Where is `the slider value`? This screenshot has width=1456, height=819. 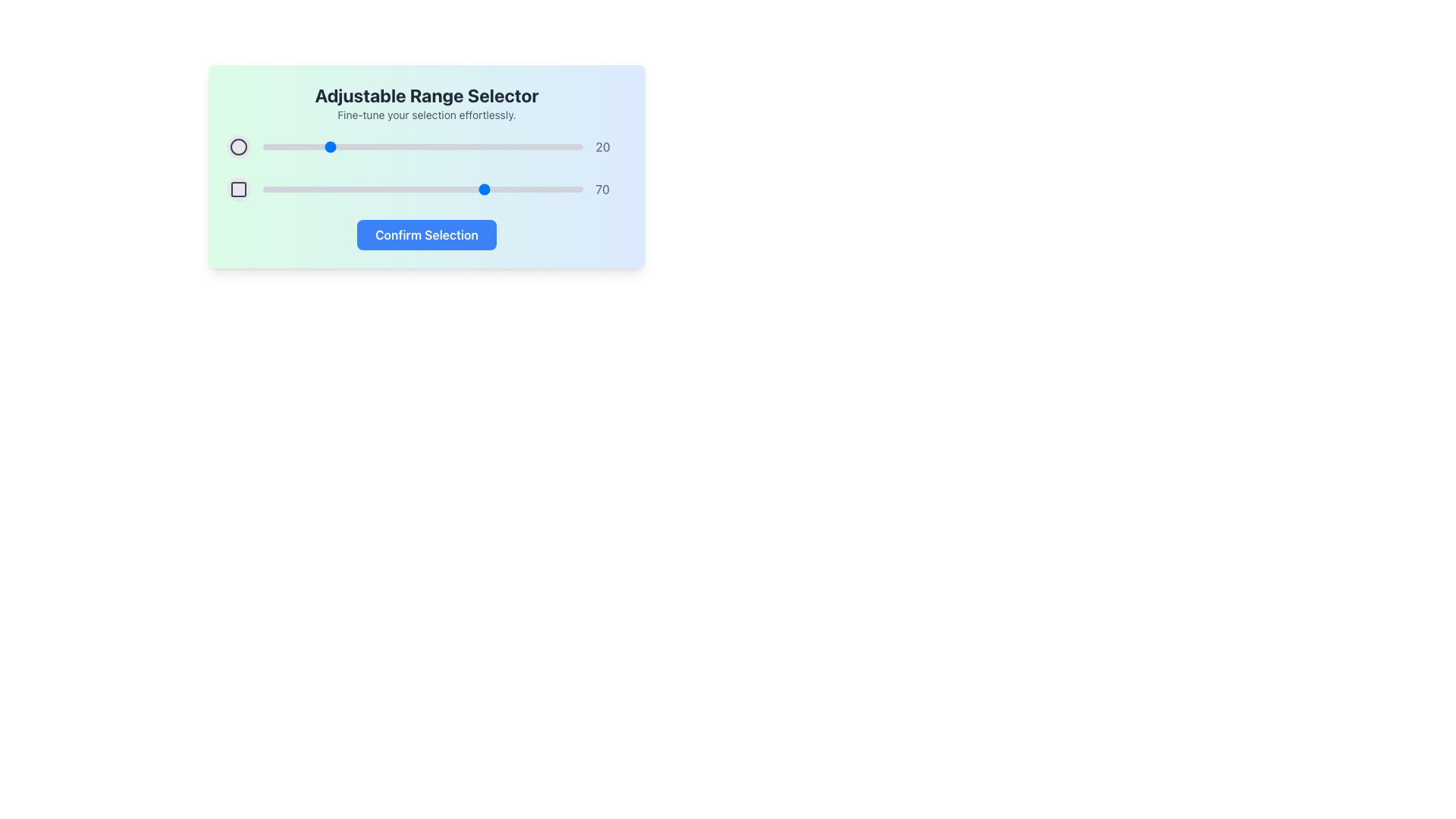 the slider value is located at coordinates (447, 189).